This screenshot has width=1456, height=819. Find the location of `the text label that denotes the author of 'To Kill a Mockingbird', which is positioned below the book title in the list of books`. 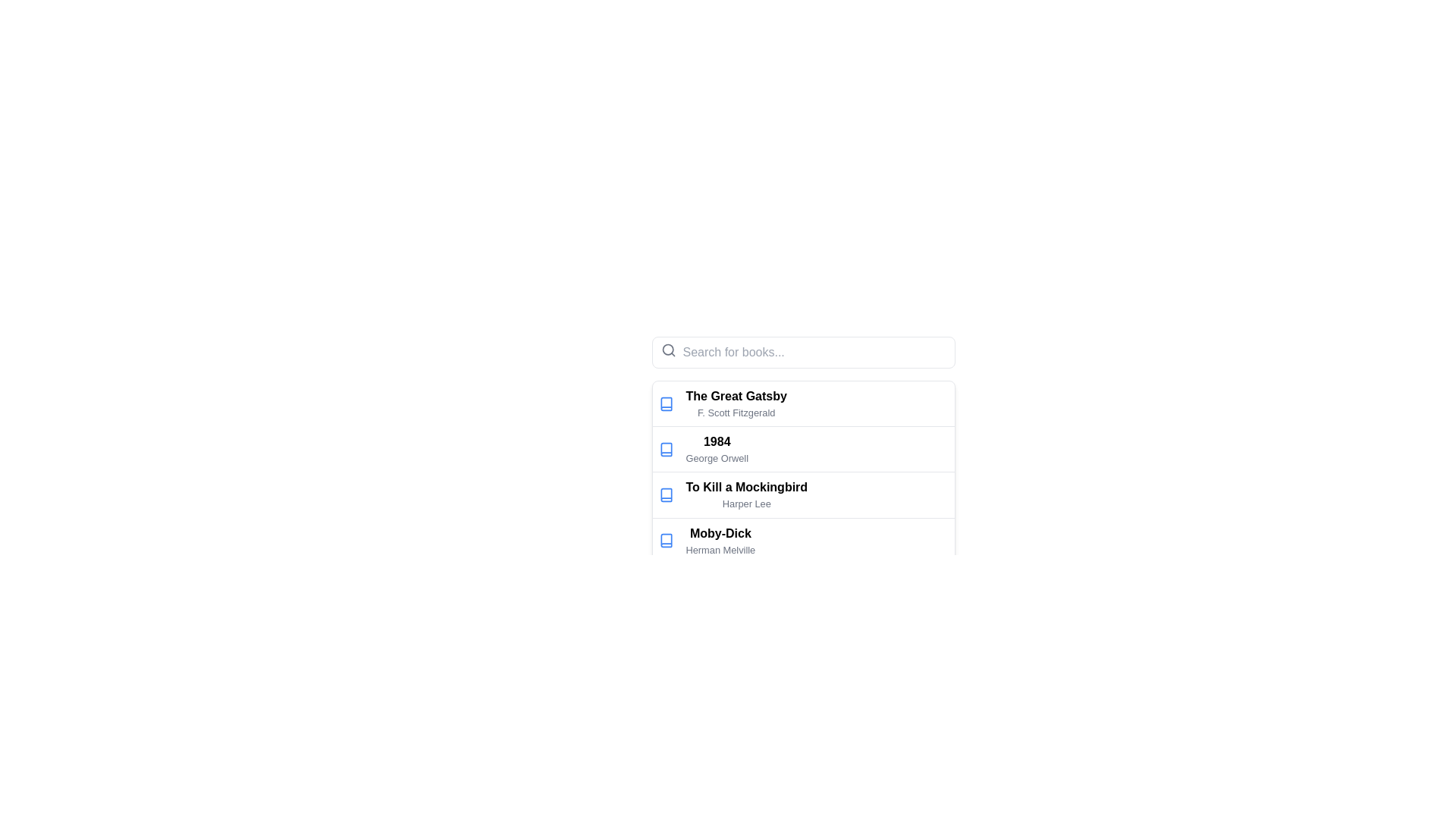

the text label that denotes the author of 'To Kill a Mockingbird', which is positioned below the book title in the list of books is located at coordinates (746, 504).